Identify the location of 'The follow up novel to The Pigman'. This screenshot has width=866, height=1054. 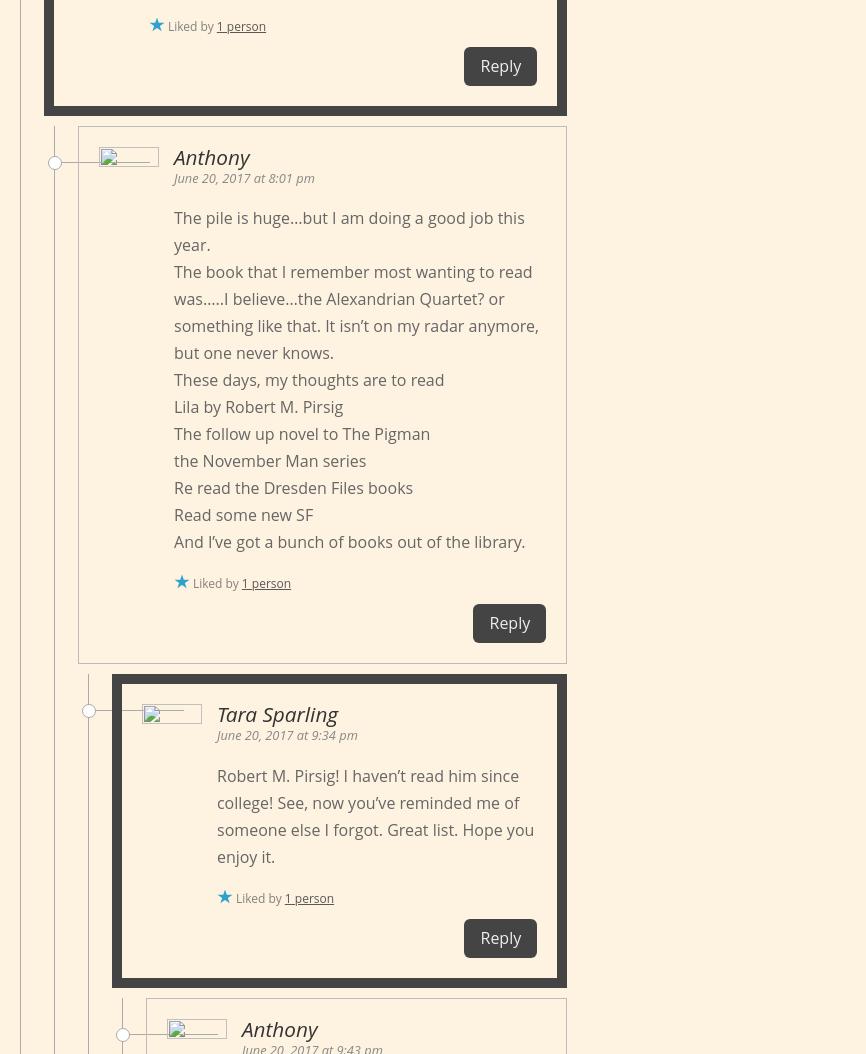
(300, 434).